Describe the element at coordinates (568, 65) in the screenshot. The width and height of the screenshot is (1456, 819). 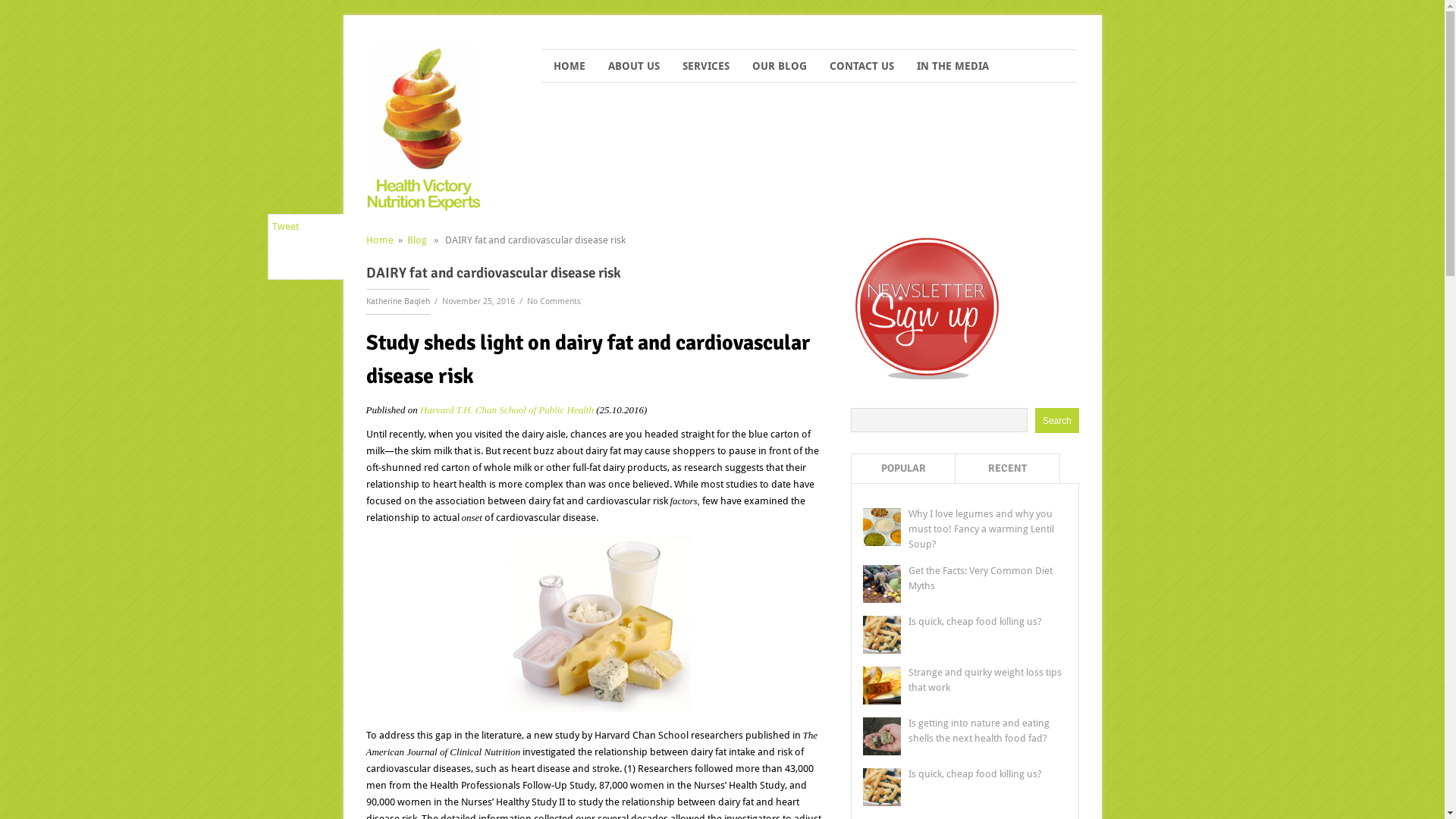
I see `'HOME'` at that location.